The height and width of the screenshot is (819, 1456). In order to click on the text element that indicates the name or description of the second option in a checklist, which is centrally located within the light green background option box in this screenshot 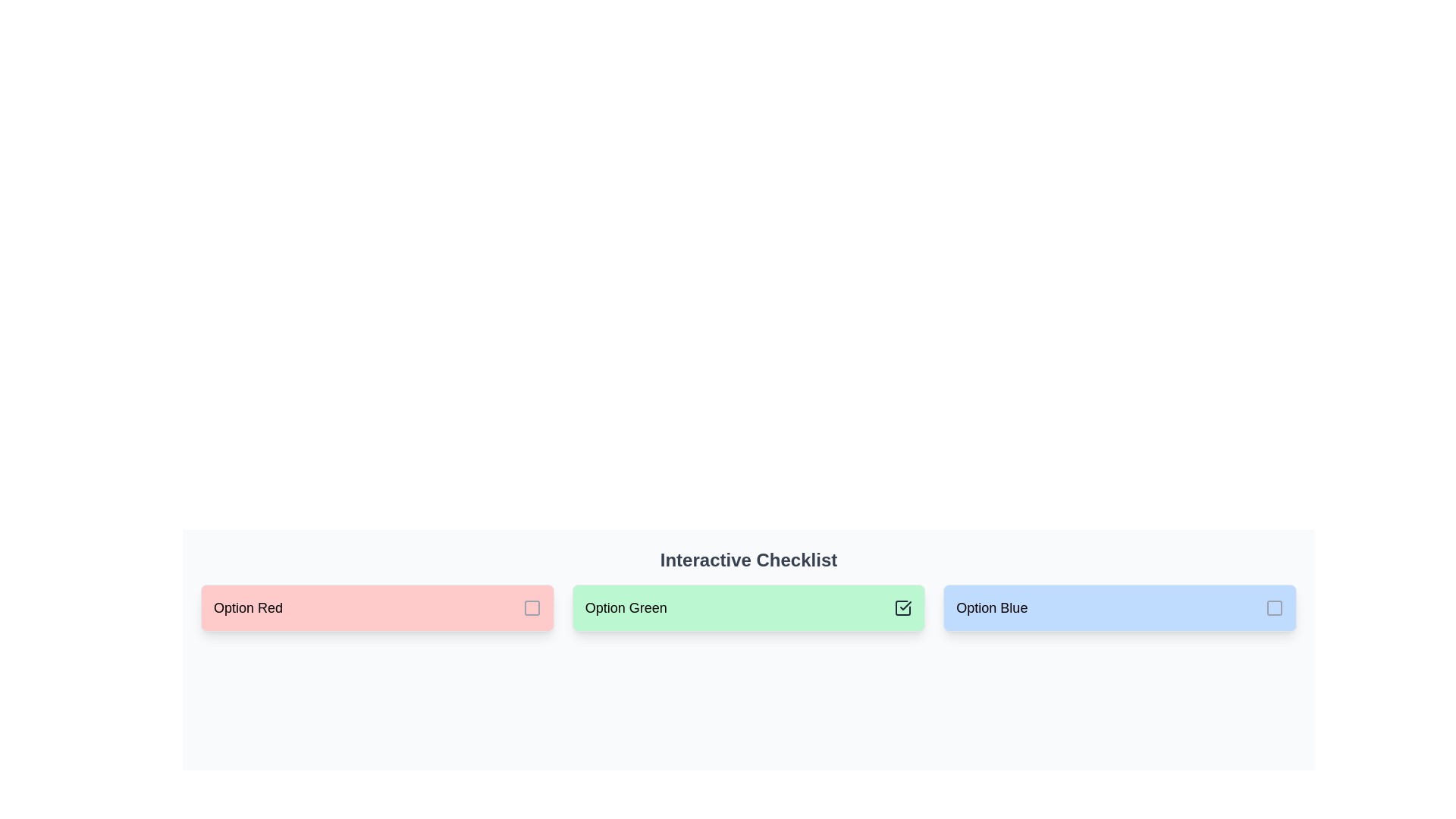, I will do `click(626, 607)`.